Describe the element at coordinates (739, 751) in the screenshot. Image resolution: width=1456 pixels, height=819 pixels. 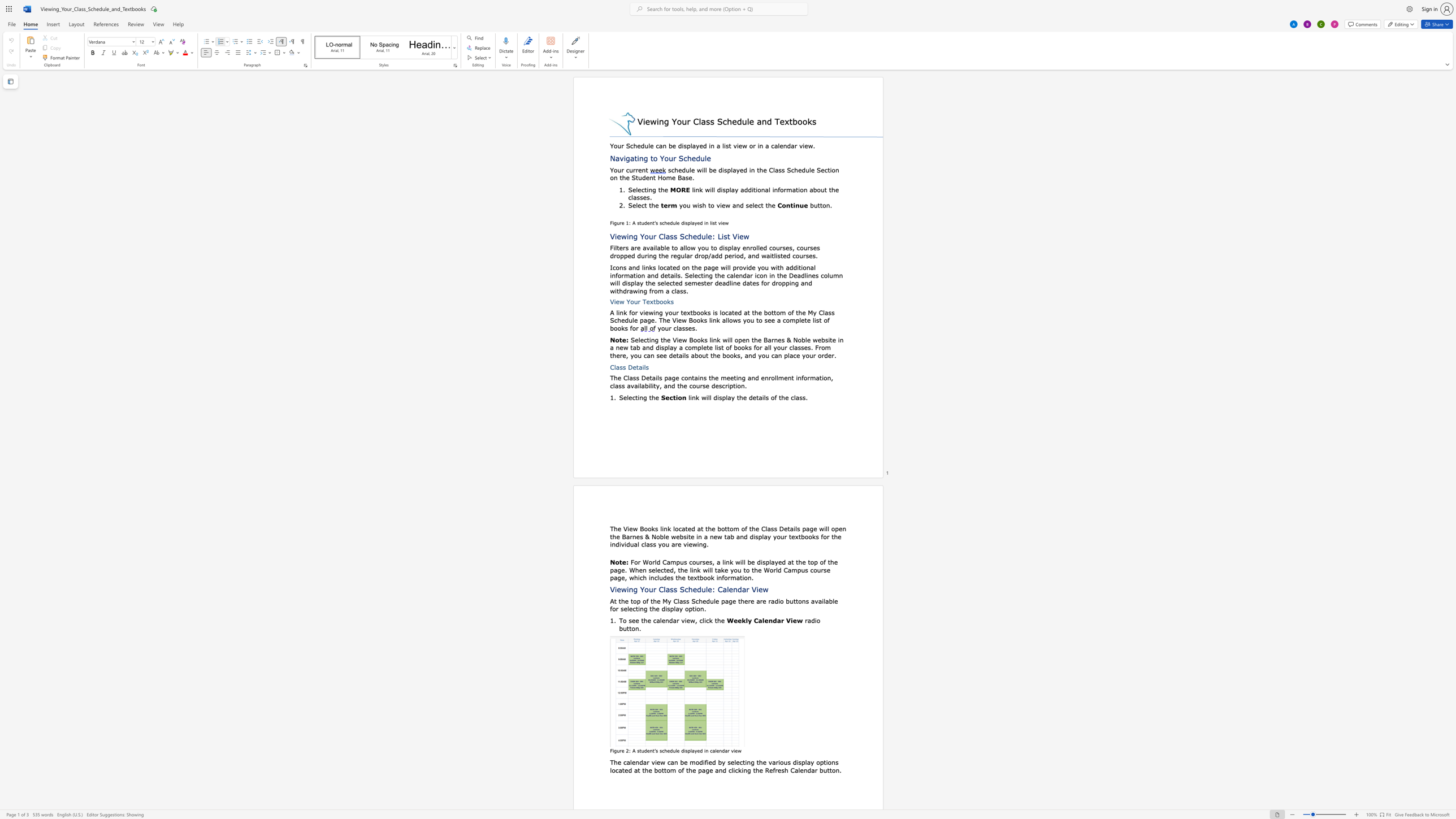
I see `the 1th character "w" in the text` at that location.